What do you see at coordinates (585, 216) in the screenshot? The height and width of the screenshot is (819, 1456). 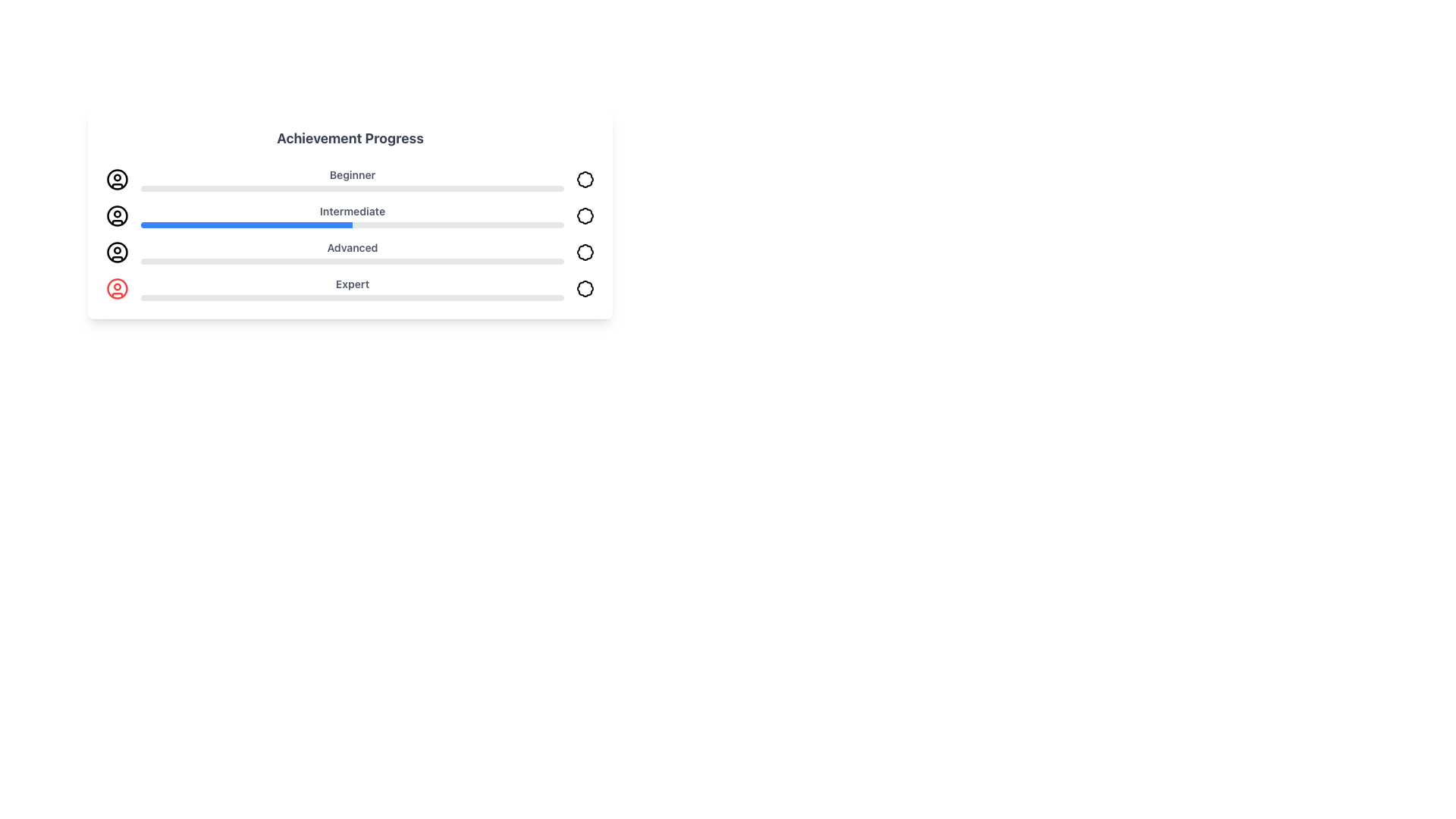 I see `the Icon/Indicator that represents the intermediate completion level, located on the right of the 'Intermediate' row in the progress display` at bounding box center [585, 216].